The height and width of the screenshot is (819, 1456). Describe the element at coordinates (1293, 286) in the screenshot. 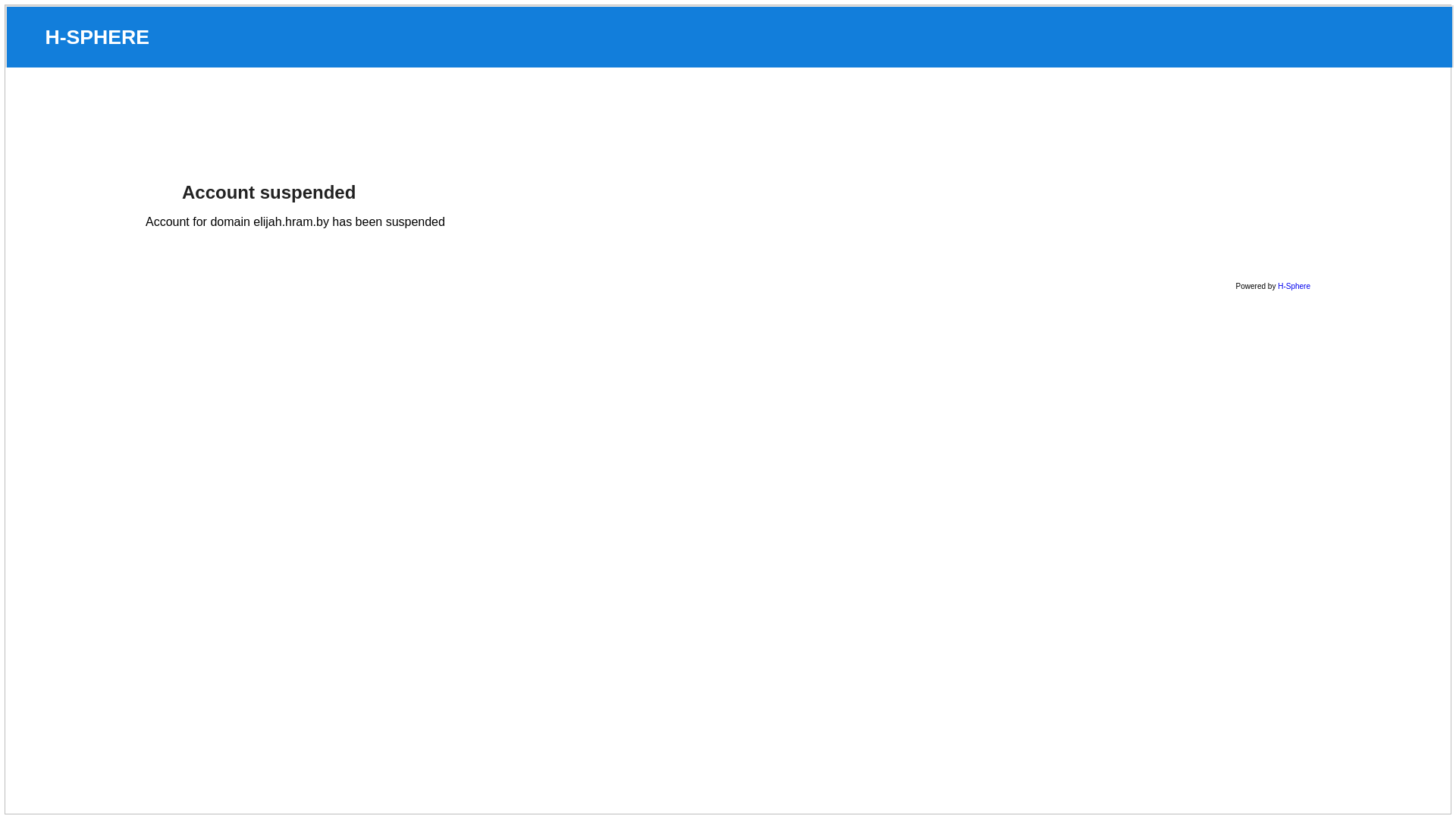

I see `'H-Sphere'` at that location.